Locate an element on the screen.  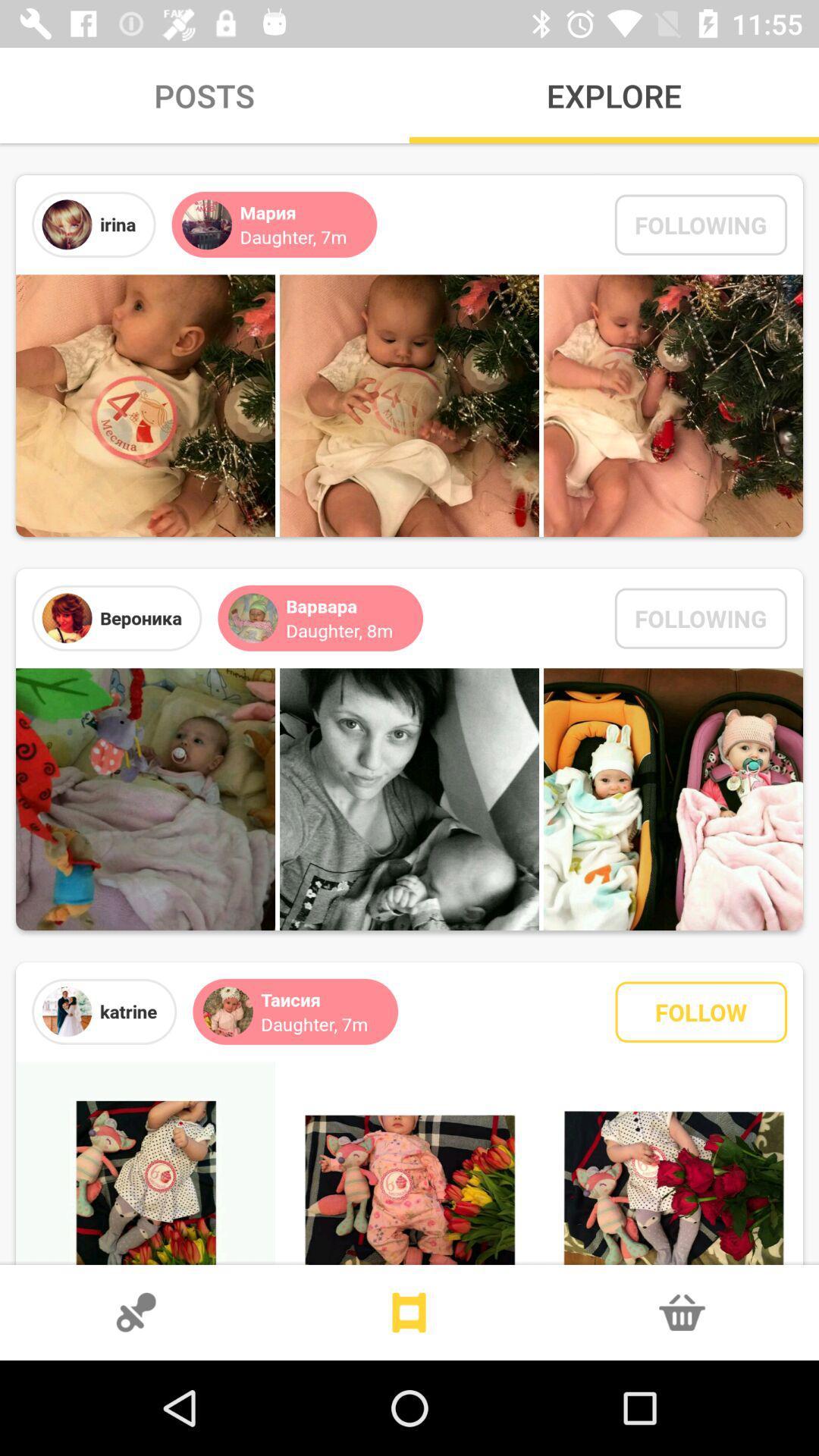
delete selected photos is located at coordinates (681, 1312).